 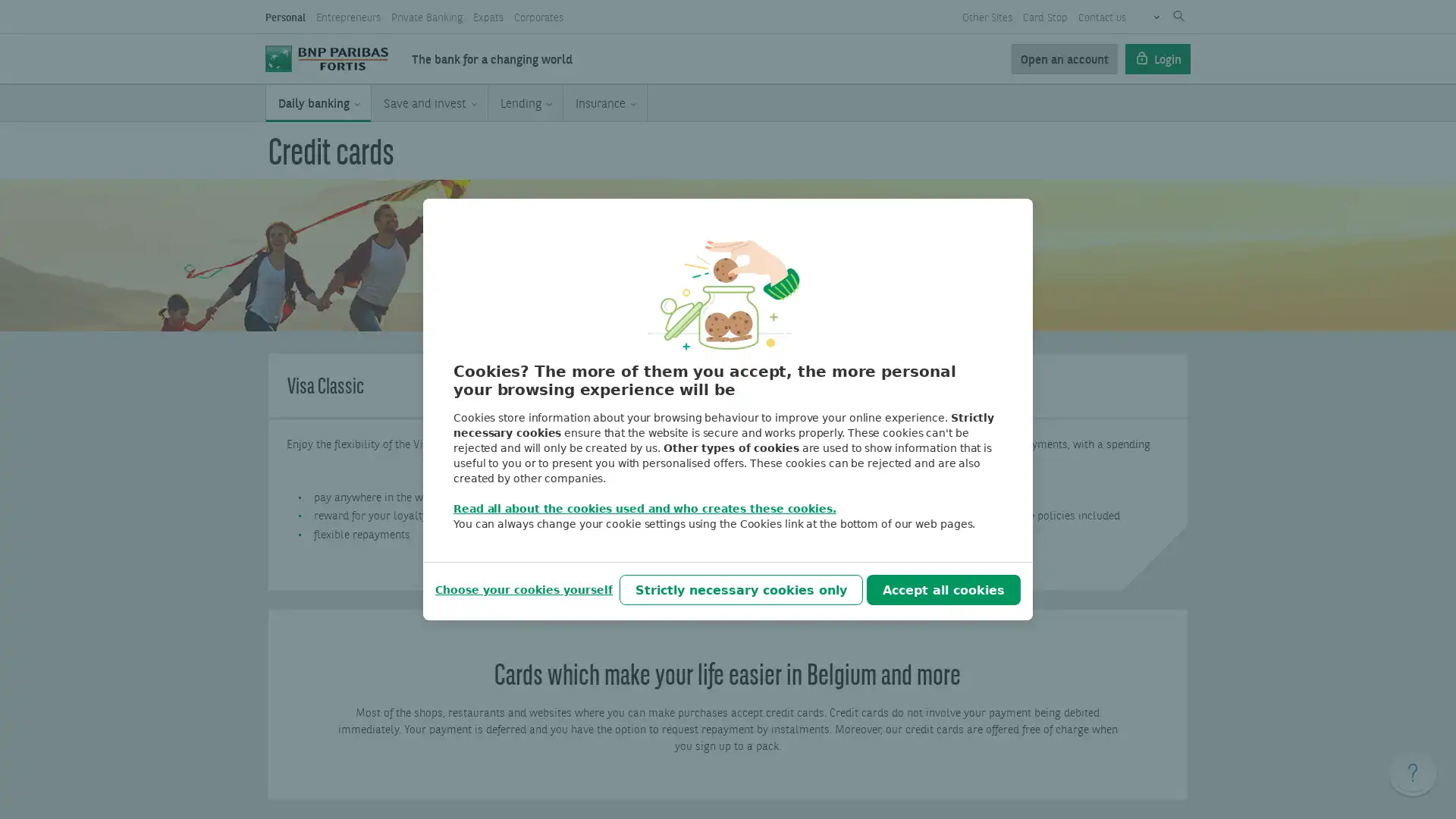 I want to click on Submit, so click(x=1178, y=17).